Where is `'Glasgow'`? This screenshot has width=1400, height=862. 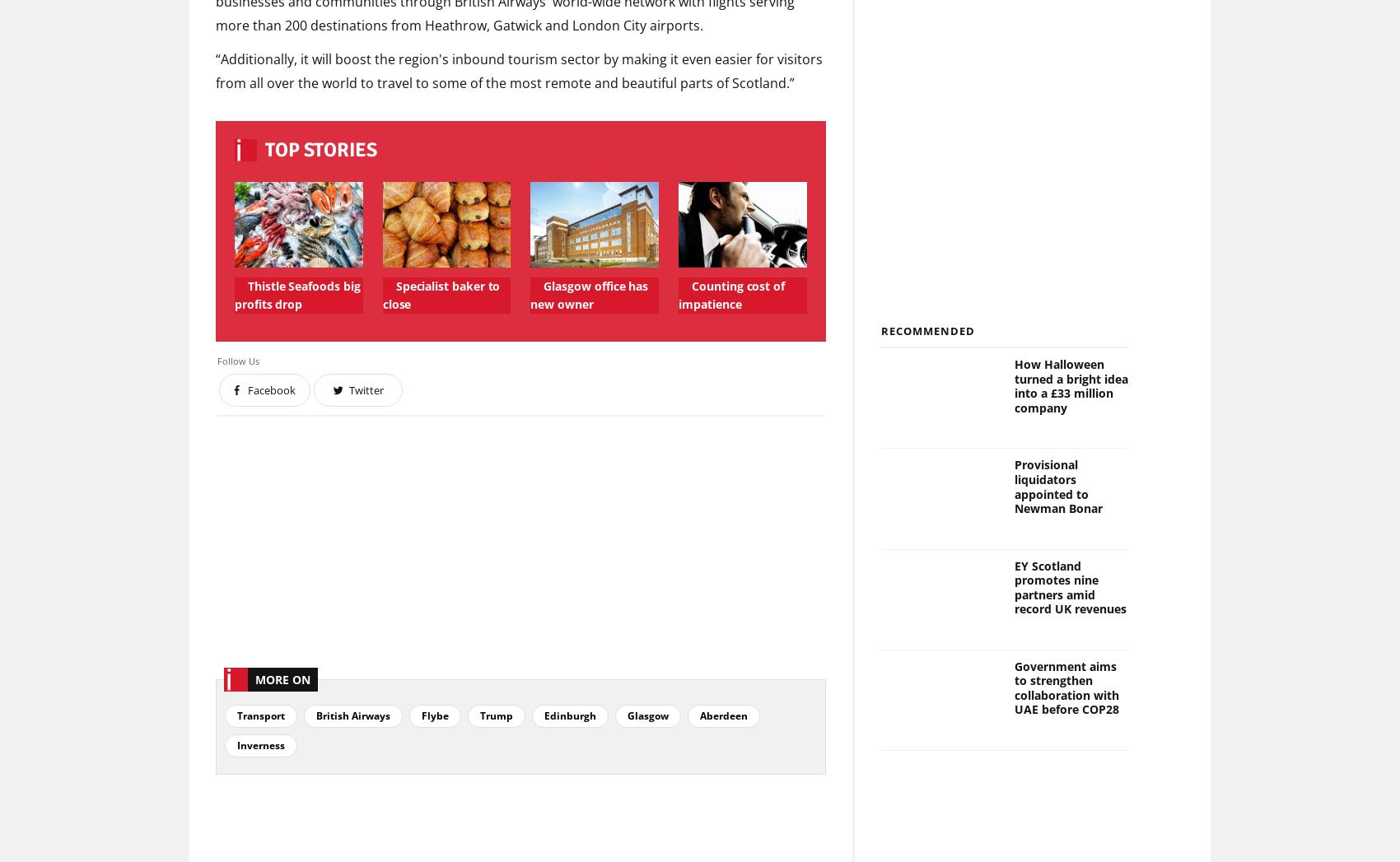 'Glasgow' is located at coordinates (646, 715).